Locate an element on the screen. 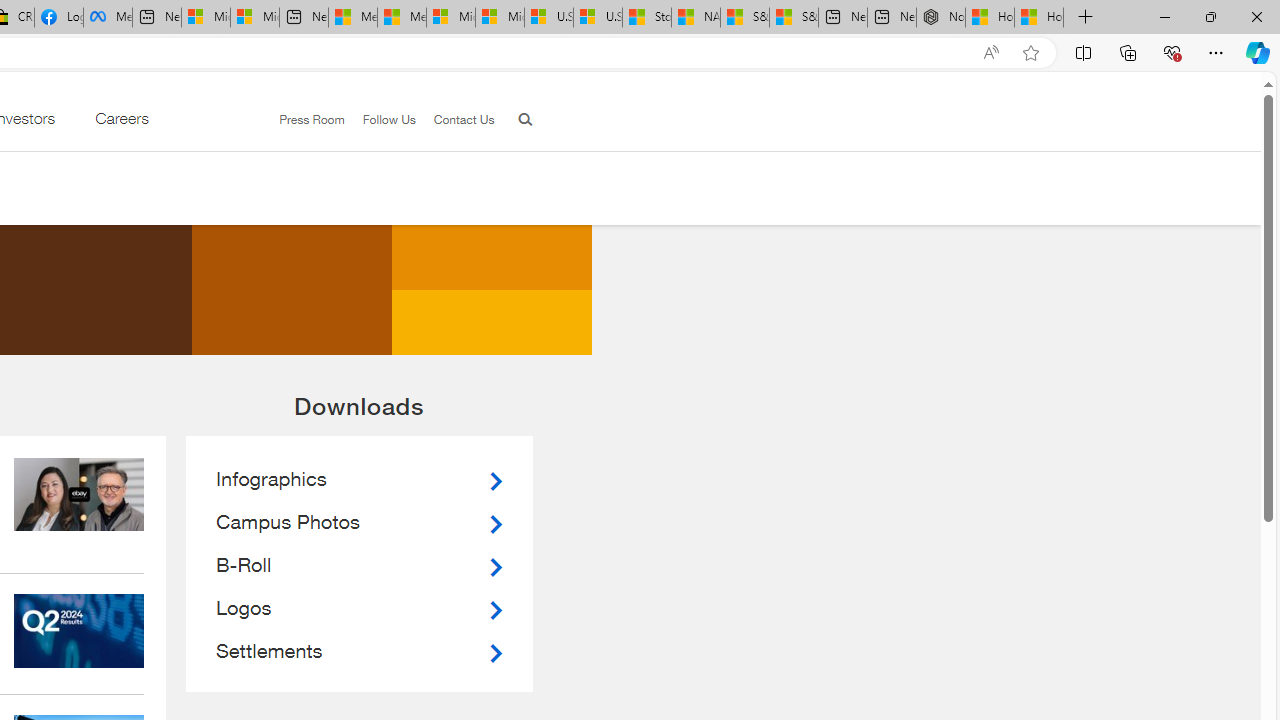 Image resolution: width=1280 pixels, height=720 pixels. 'S&P 500, Nasdaq end lower, weighed by Nvidia dip | Watch' is located at coordinates (793, 17).